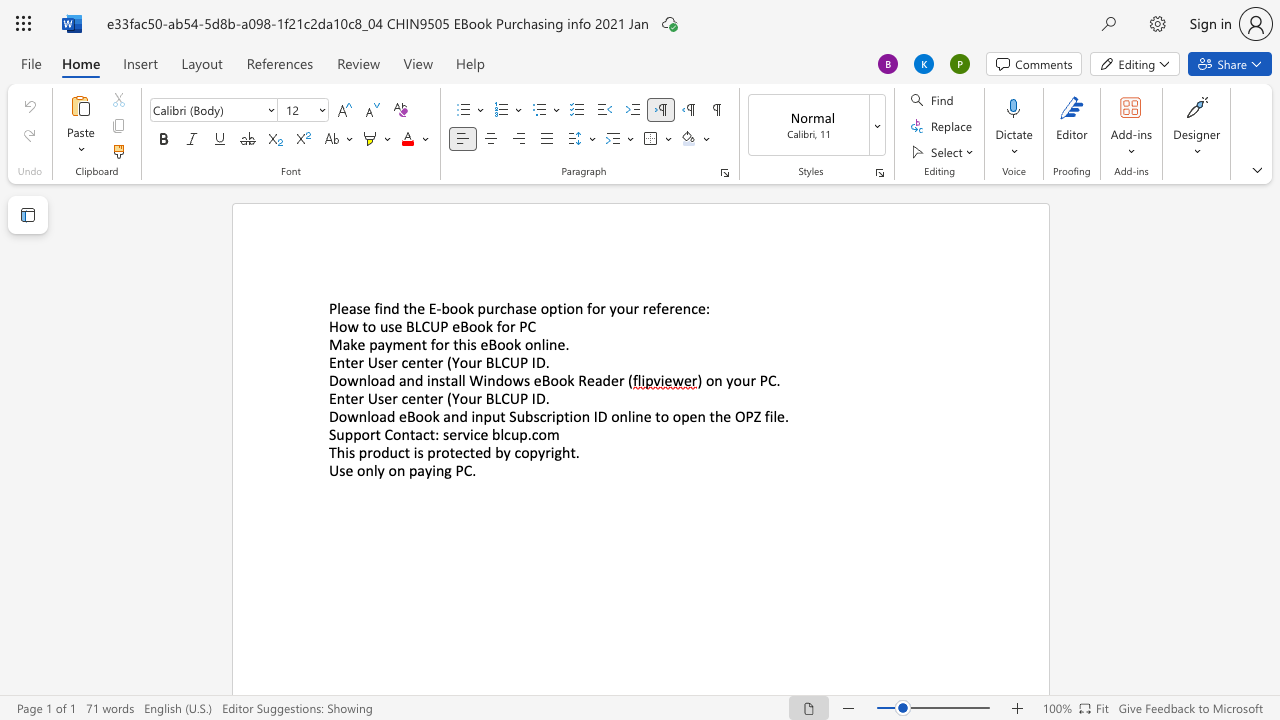 Image resolution: width=1280 pixels, height=720 pixels. I want to click on the subset text "k purch" within the text "Please find the E-book purchase", so click(465, 308).